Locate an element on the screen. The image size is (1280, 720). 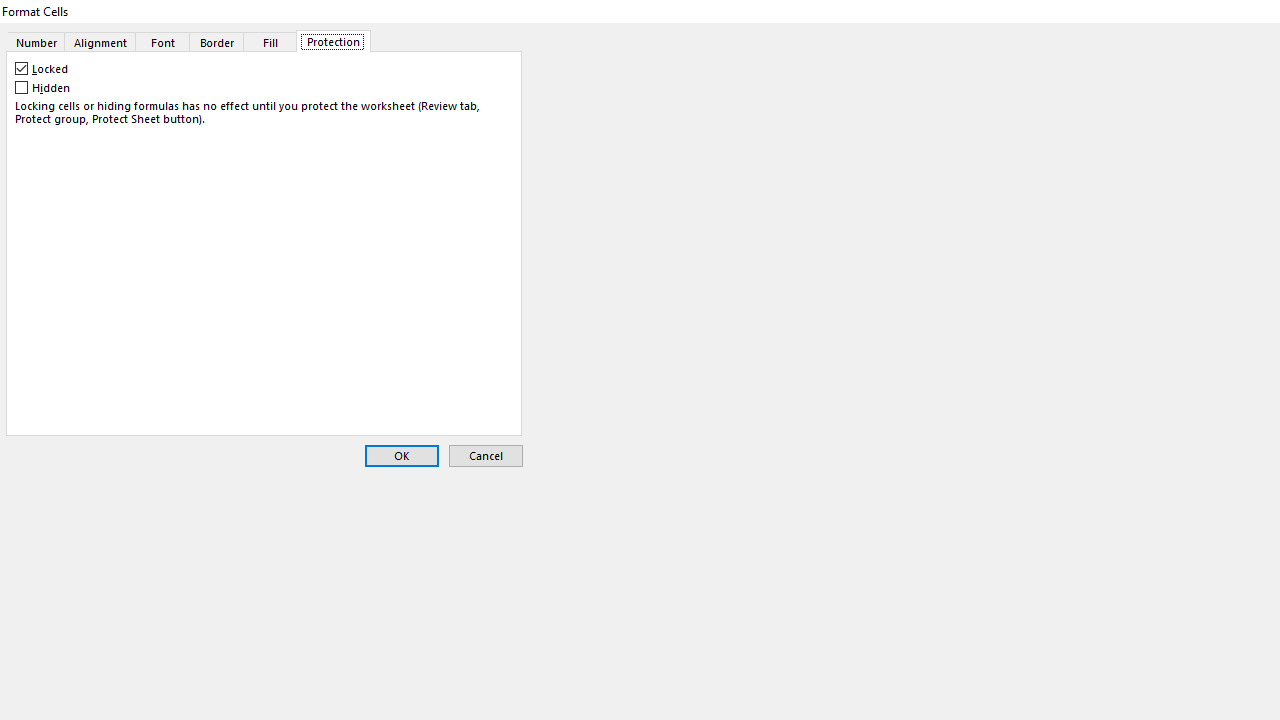
'Alignment' is located at coordinates (99, 41).